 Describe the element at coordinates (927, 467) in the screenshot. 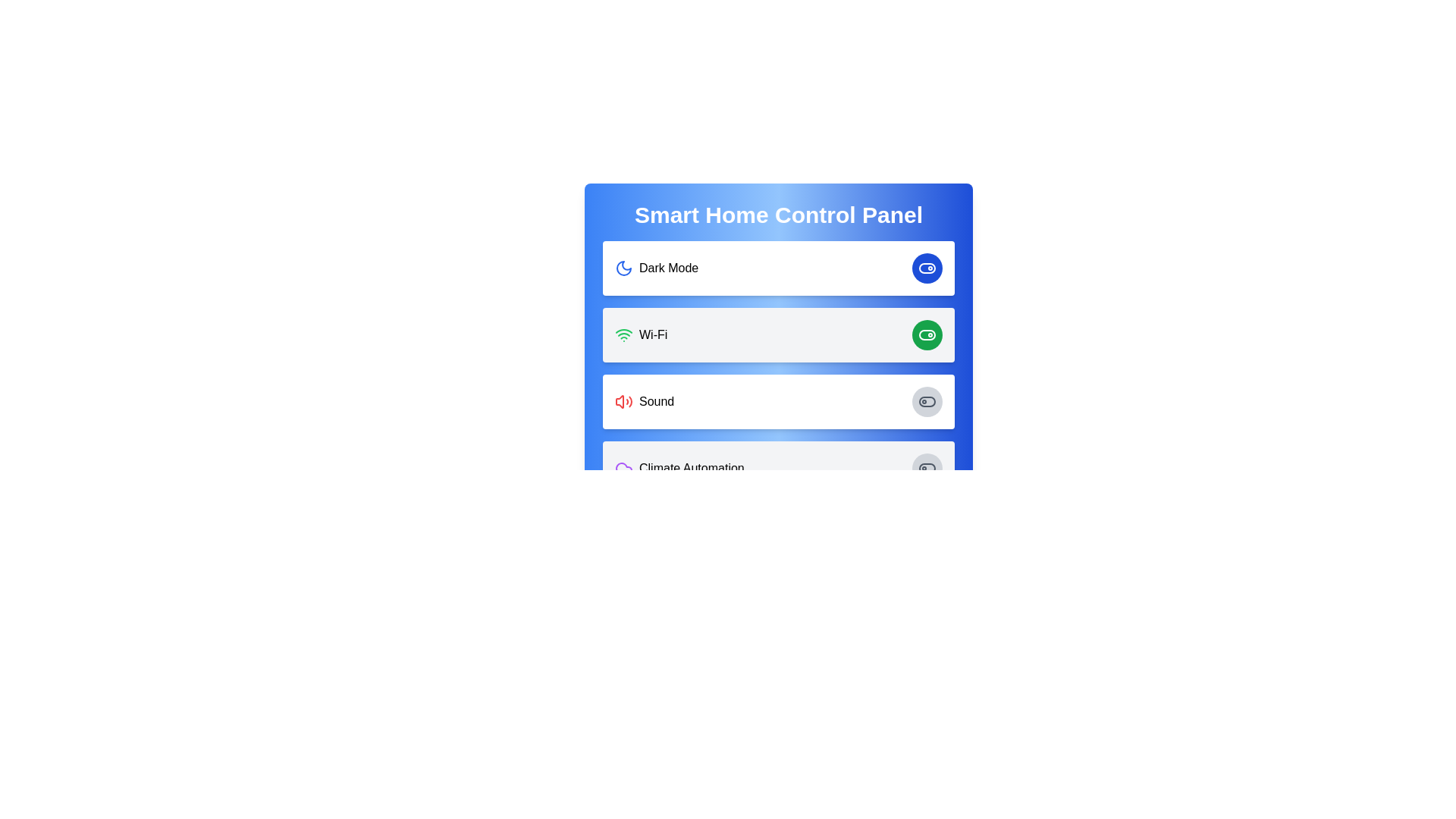

I see `the toggle switch located to the far right in the row labeled 'Climate Automation' to change its state` at that location.